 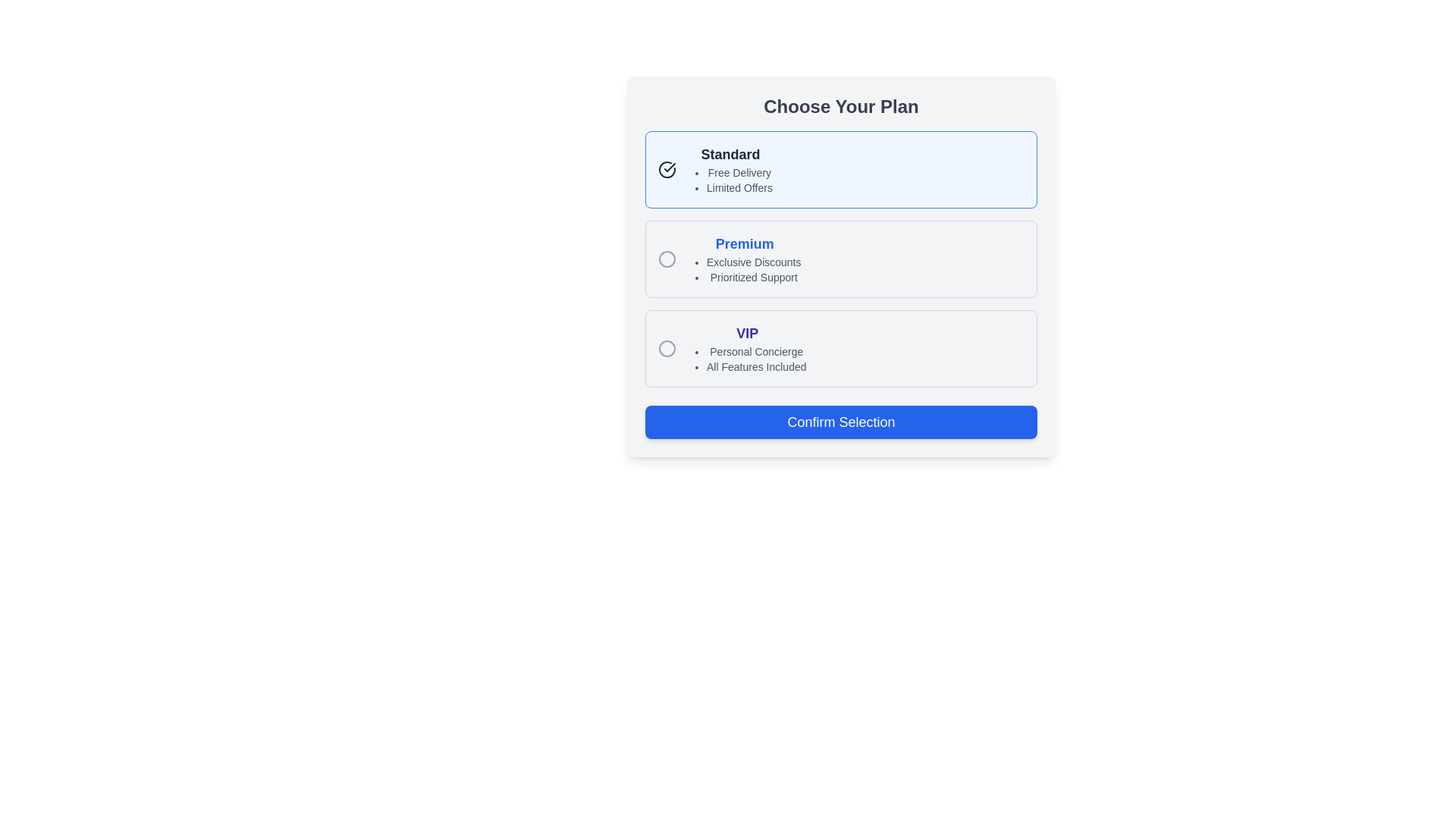 I want to click on the blue rectangular button labeled 'Confirm Selection' to change its color to a darker shade of blue, so click(x=840, y=422).